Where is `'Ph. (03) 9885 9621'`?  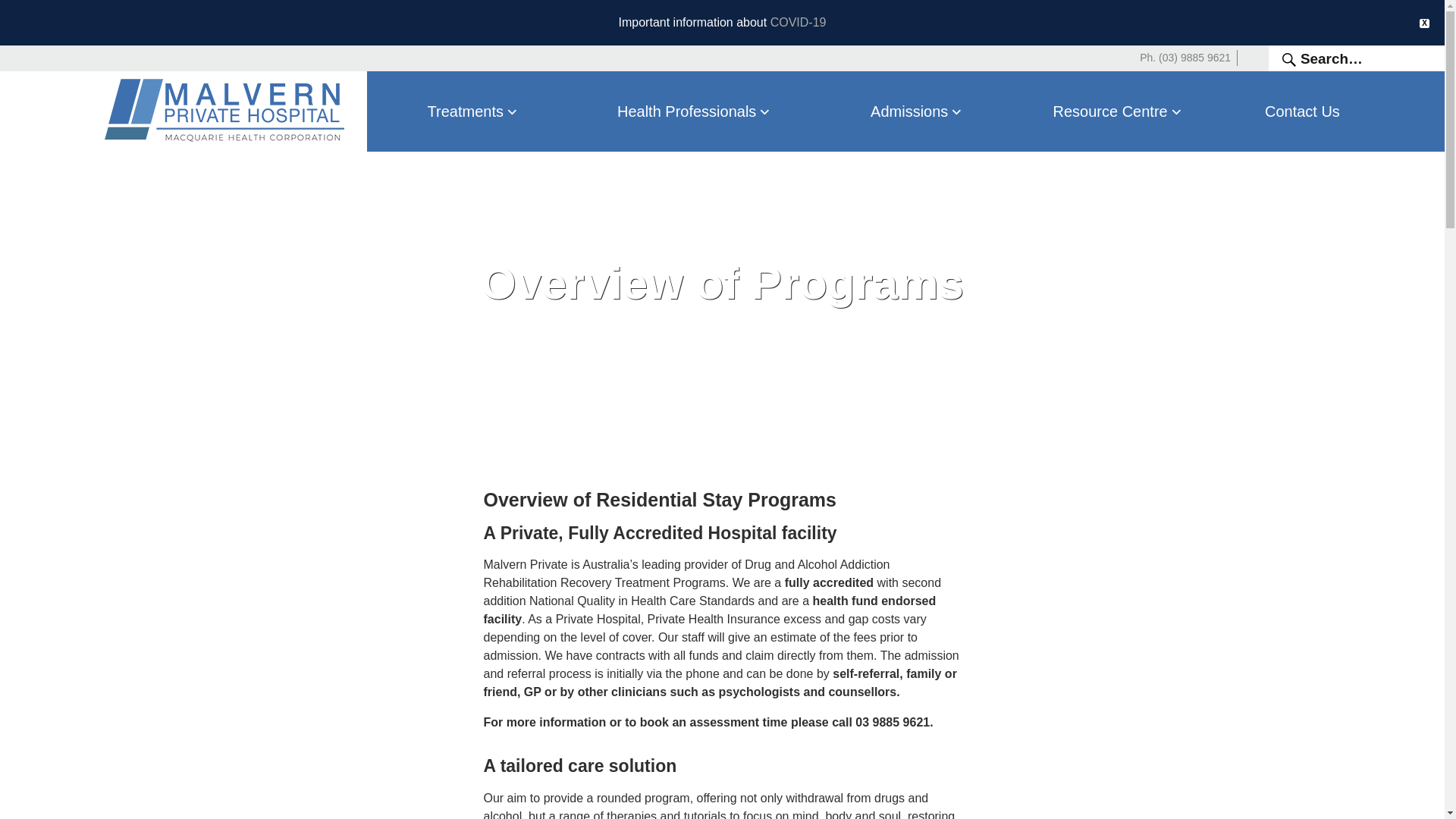
'Ph. (03) 9885 9621' is located at coordinates (1185, 57).